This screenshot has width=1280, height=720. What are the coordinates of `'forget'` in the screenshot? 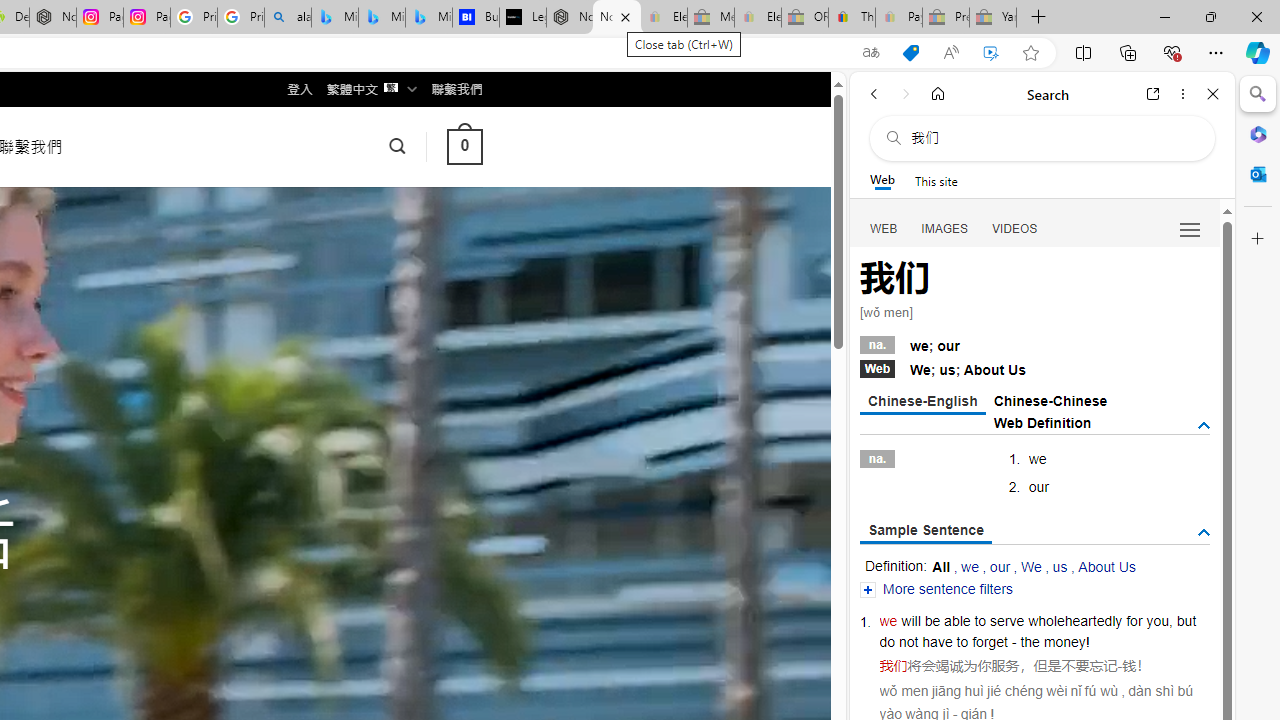 It's located at (990, 642).